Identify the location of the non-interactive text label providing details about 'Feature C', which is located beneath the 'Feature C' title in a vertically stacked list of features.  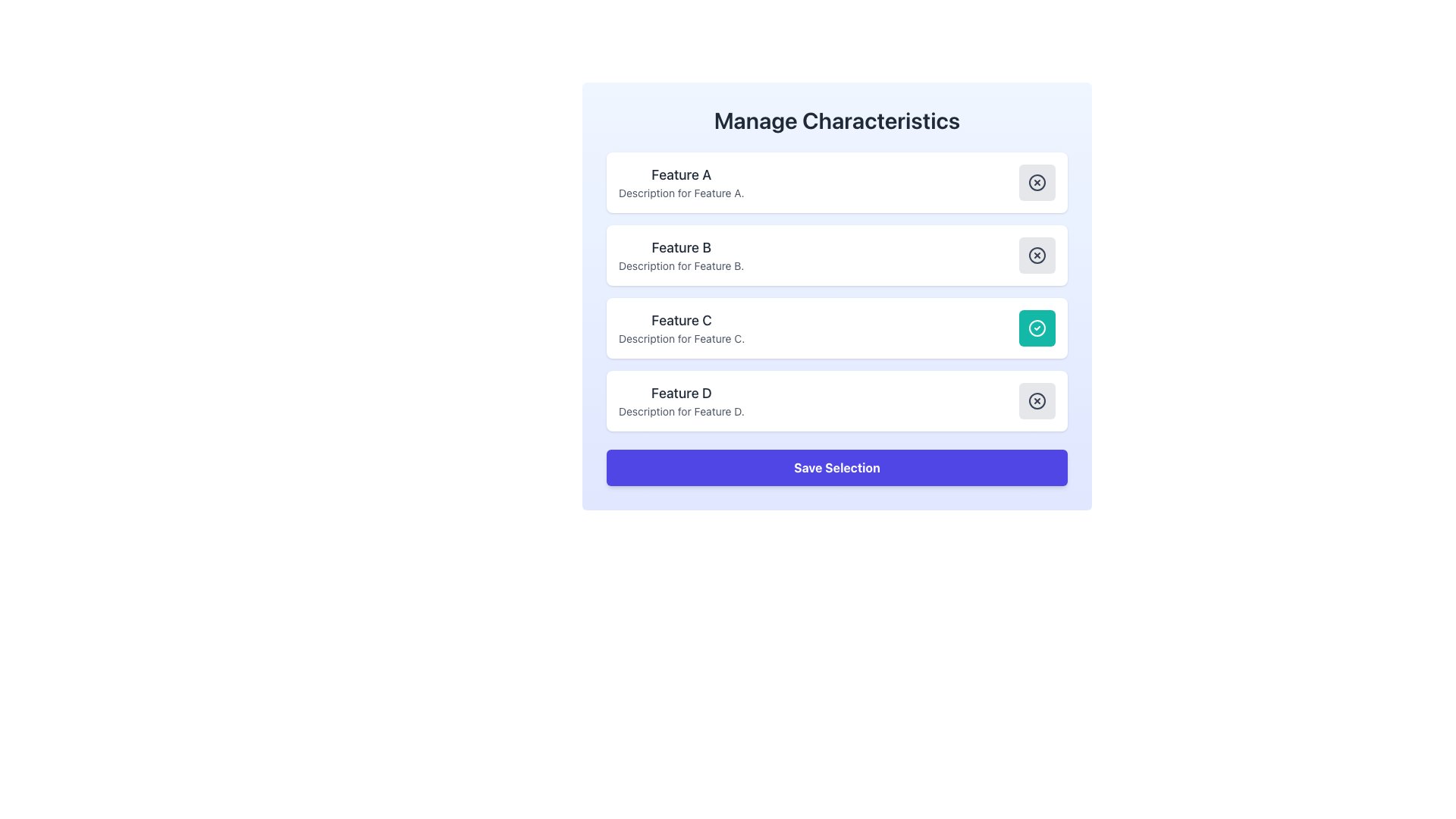
(681, 338).